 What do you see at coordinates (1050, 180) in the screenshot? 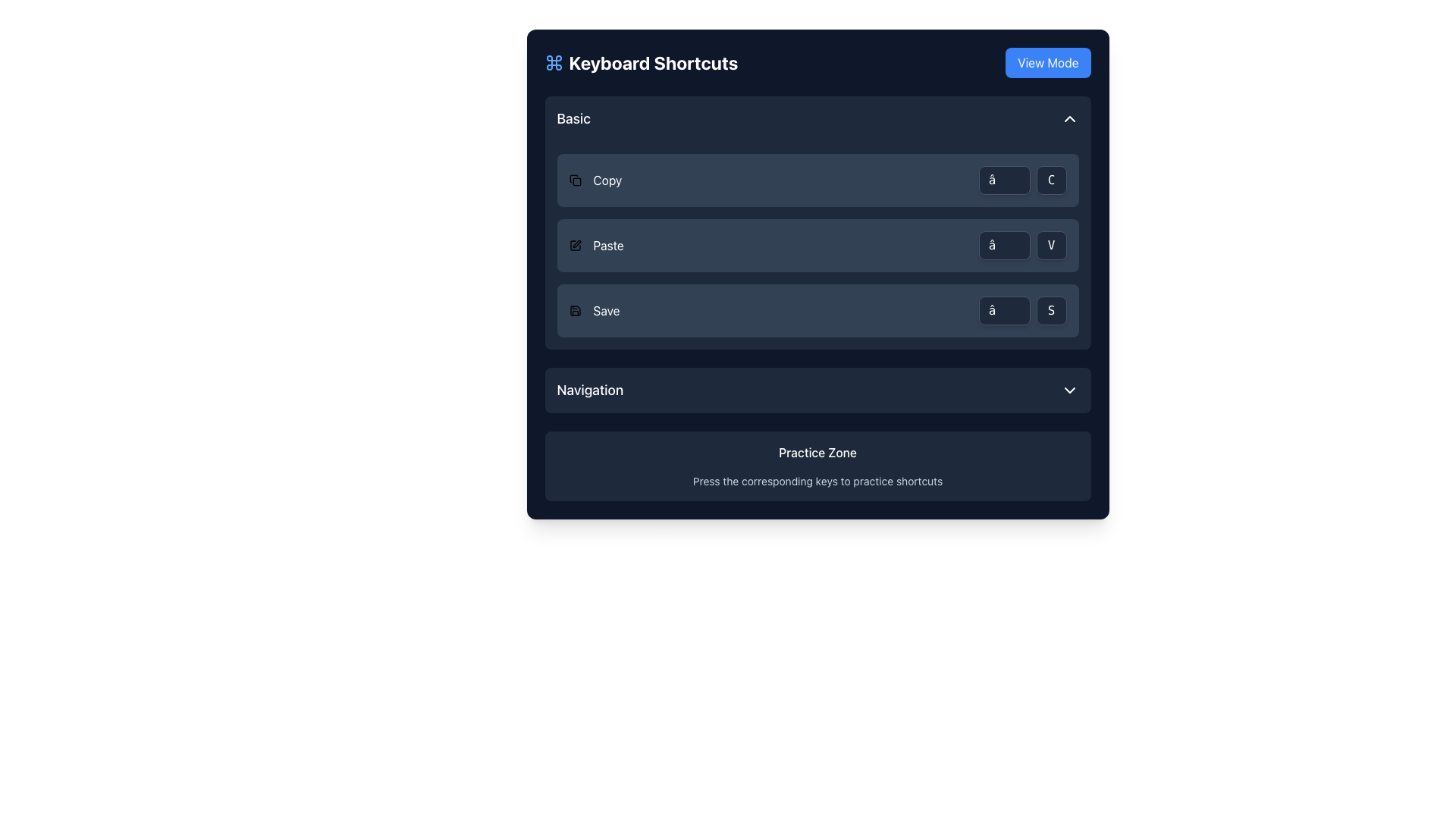
I see `the rectangular button with rounded corners, dark slate gray color, and a bold white 'C' at the center, positioned in the Keyboard Shortcuts panel` at bounding box center [1050, 180].